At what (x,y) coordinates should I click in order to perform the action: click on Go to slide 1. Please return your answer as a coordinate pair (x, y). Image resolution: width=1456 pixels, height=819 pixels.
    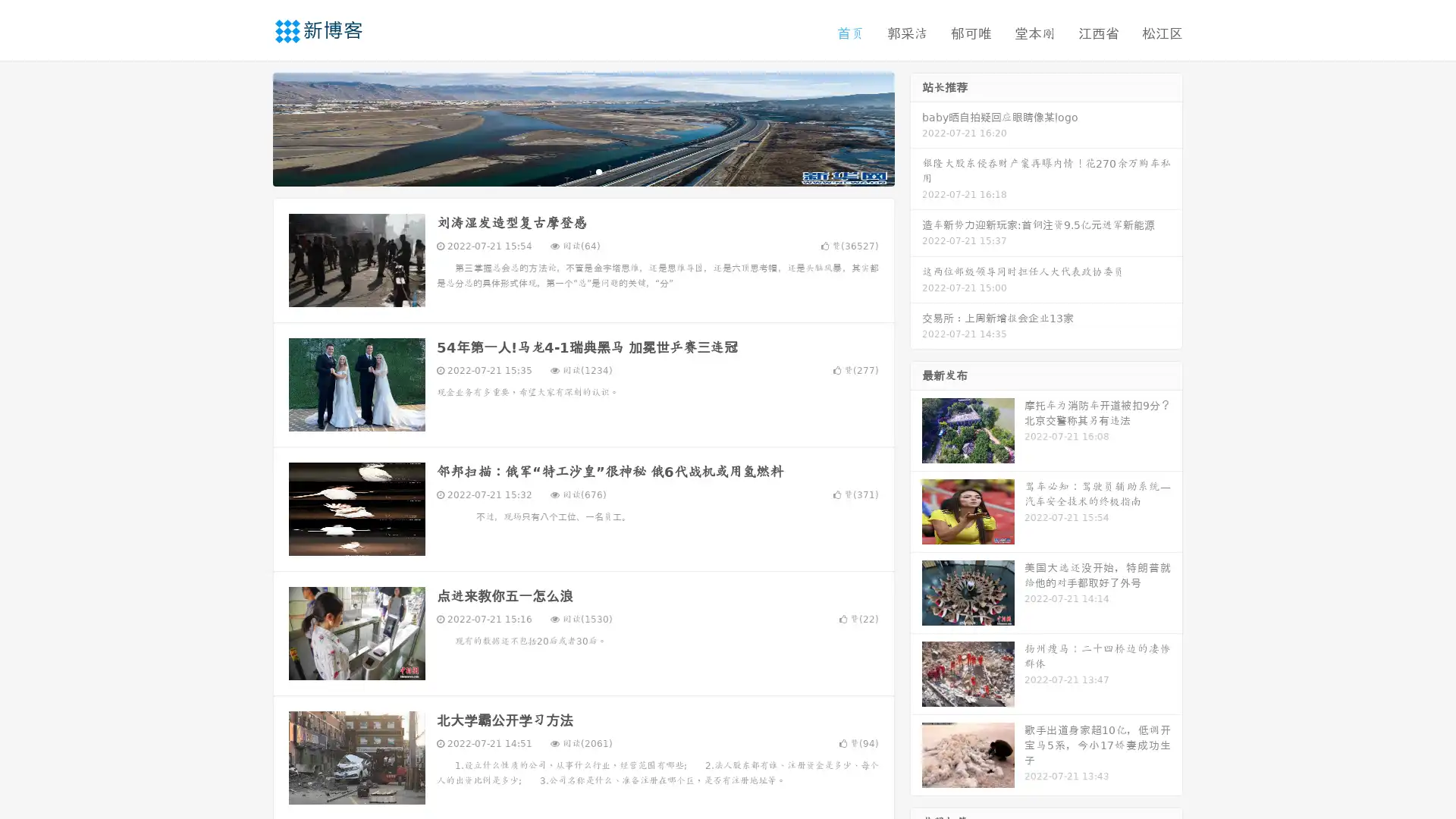
    Looking at the image, I should click on (567, 171).